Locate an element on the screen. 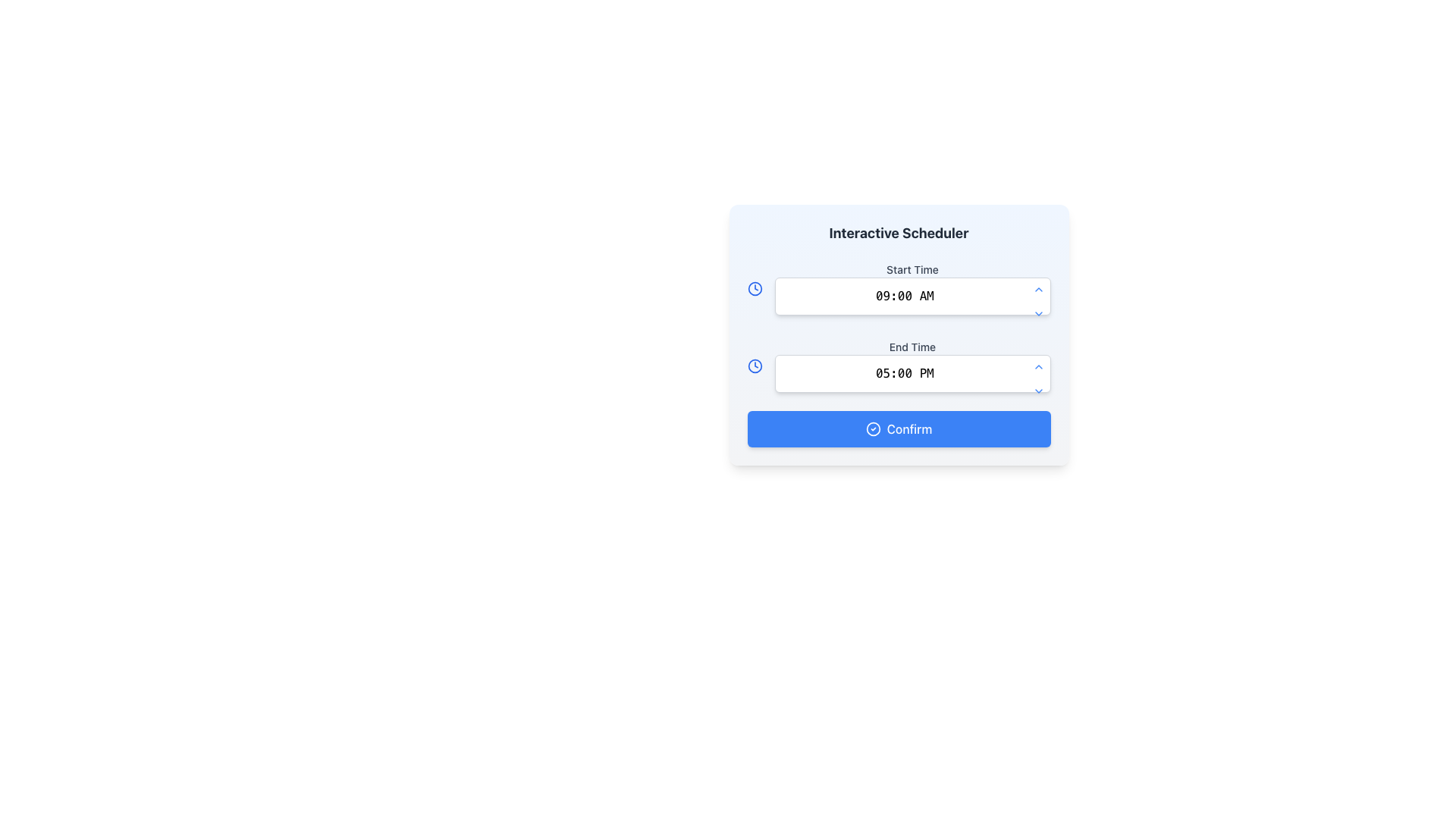 This screenshot has width=1456, height=819. the small blue upward arrow button located in the upper right of the interface, associated with the 'Start Time' input field, to increase the time is located at coordinates (1037, 289).